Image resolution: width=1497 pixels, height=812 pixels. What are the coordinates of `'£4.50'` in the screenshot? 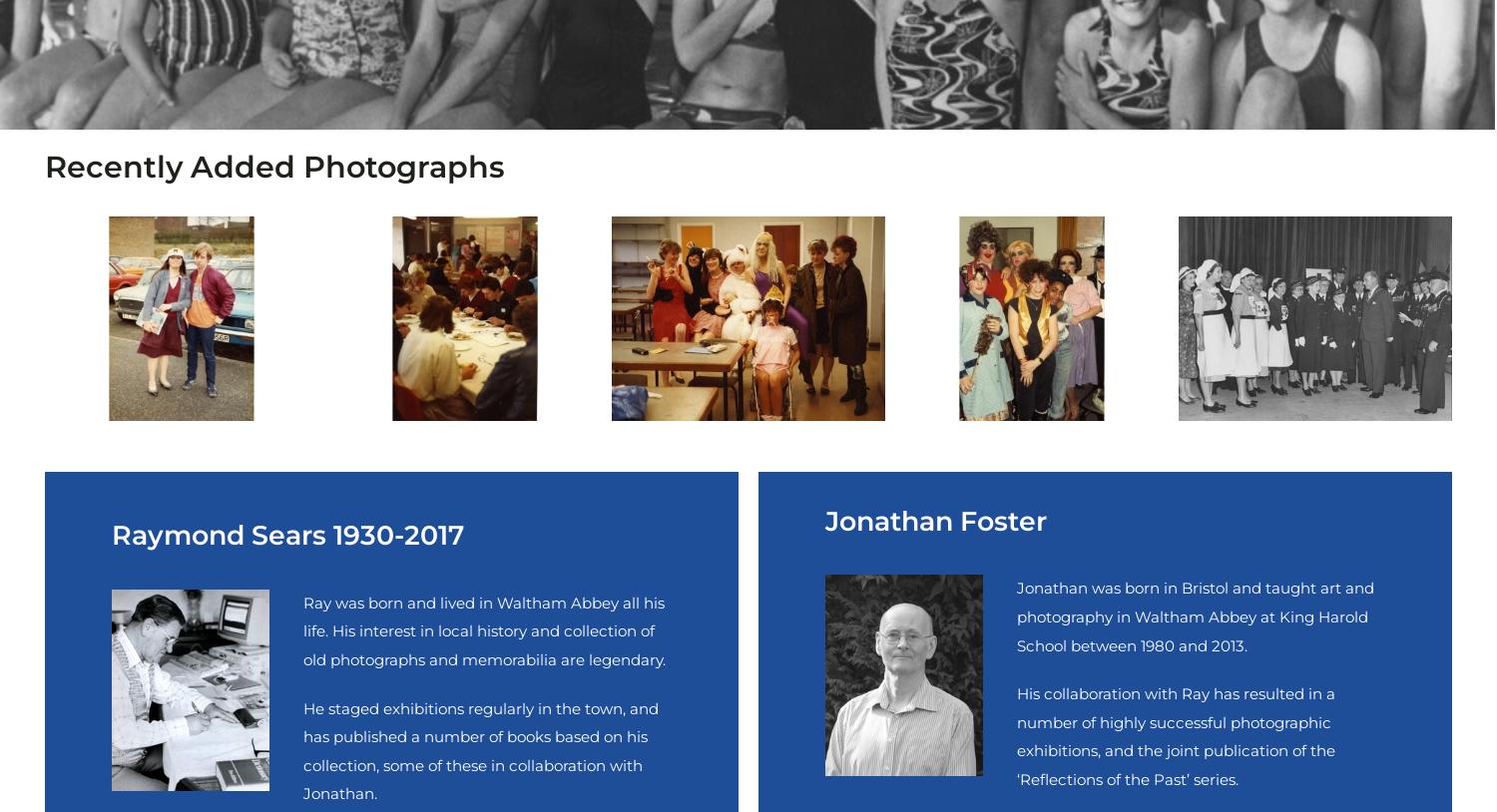 It's located at (1027, 138).